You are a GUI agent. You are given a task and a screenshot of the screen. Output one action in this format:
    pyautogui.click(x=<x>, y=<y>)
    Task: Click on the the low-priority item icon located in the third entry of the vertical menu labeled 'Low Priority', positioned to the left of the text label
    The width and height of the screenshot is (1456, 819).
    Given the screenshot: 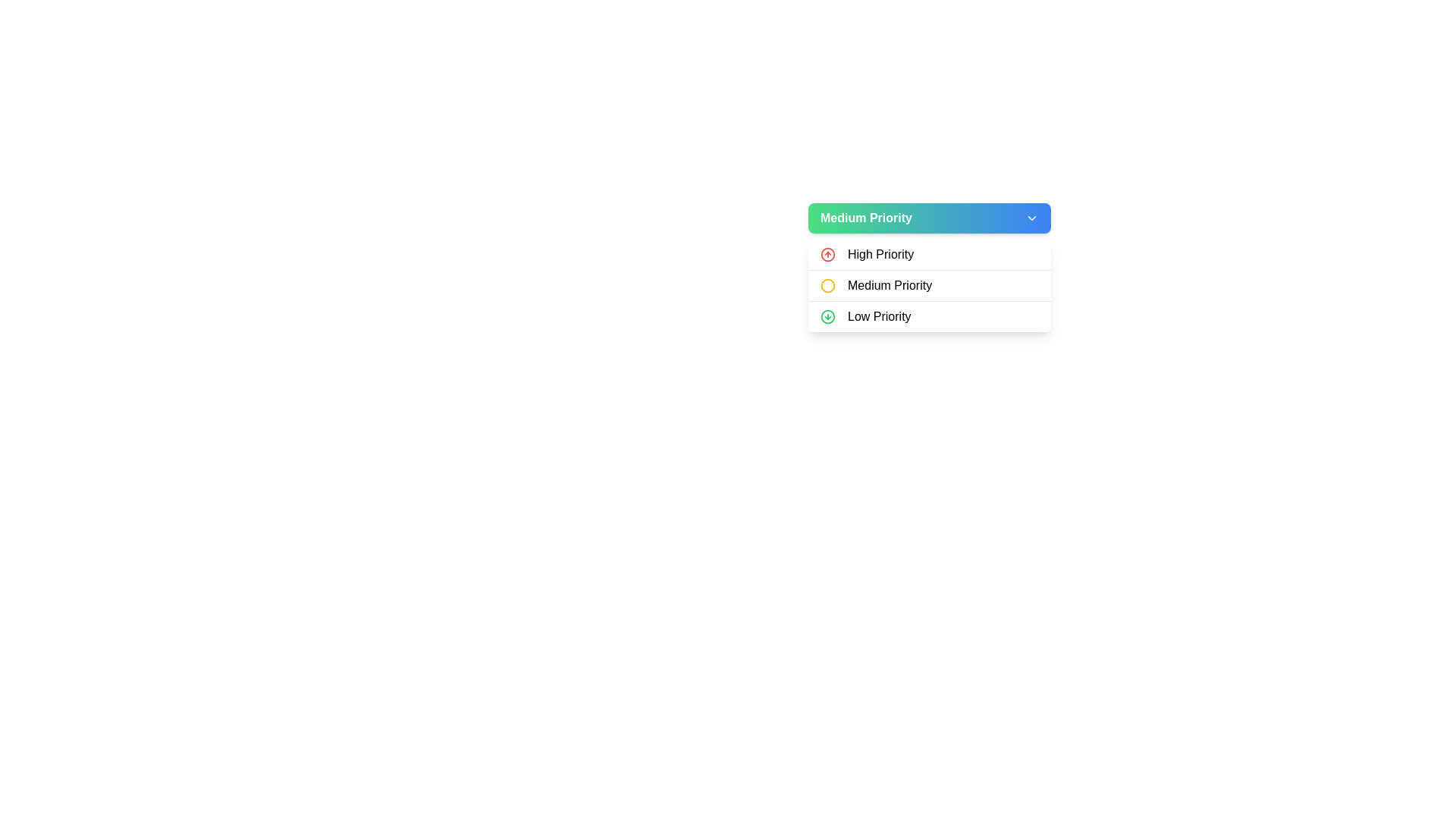 What is the action you would take?
    pyautogui.click(x=827, y=315)
    